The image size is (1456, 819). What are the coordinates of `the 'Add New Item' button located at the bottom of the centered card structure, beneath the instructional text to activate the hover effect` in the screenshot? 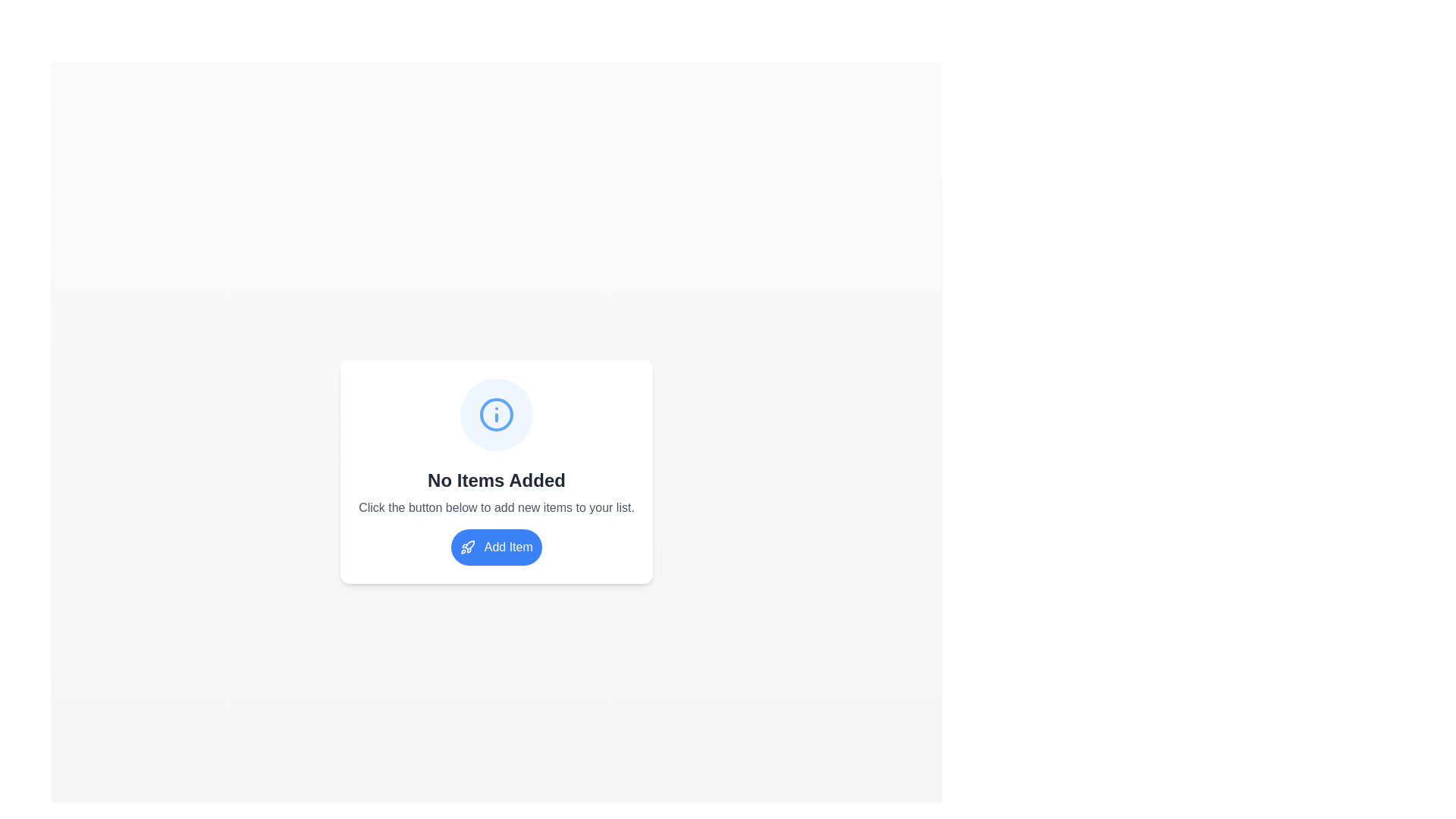 It's located at (496, 547).